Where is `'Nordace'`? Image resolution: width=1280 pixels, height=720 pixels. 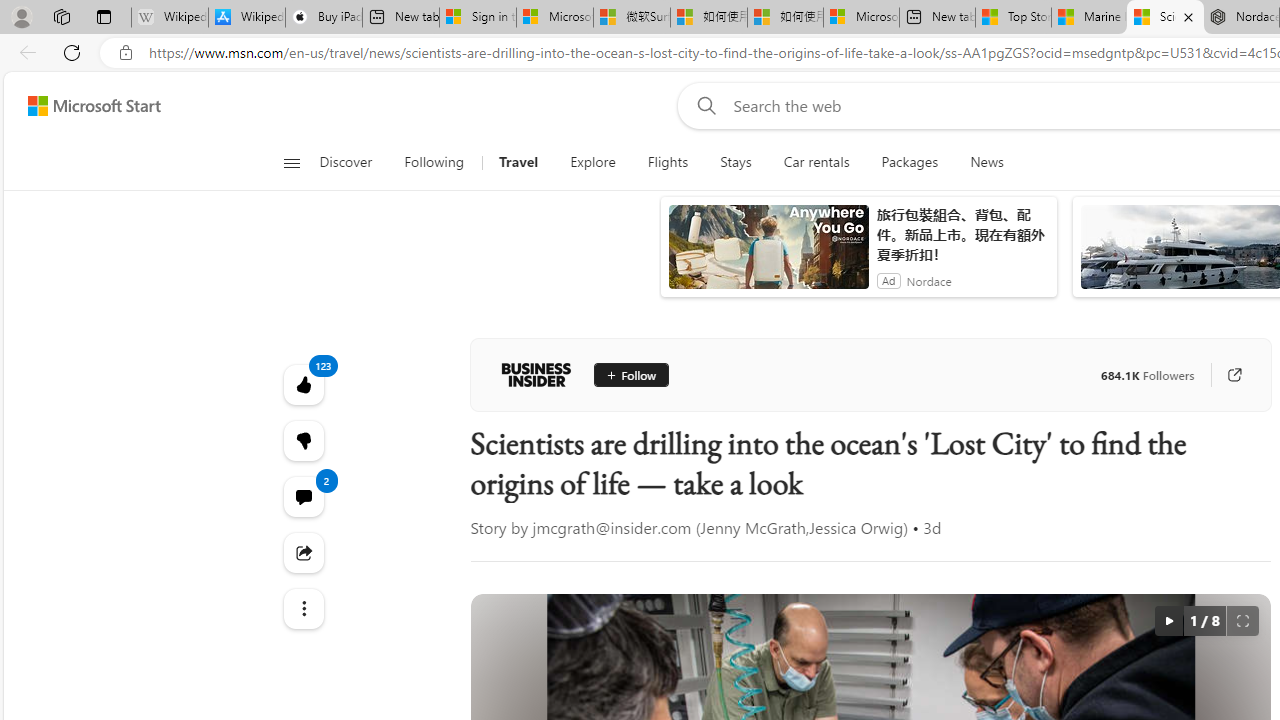 'Nordace' is located at coordinates (928, 280).